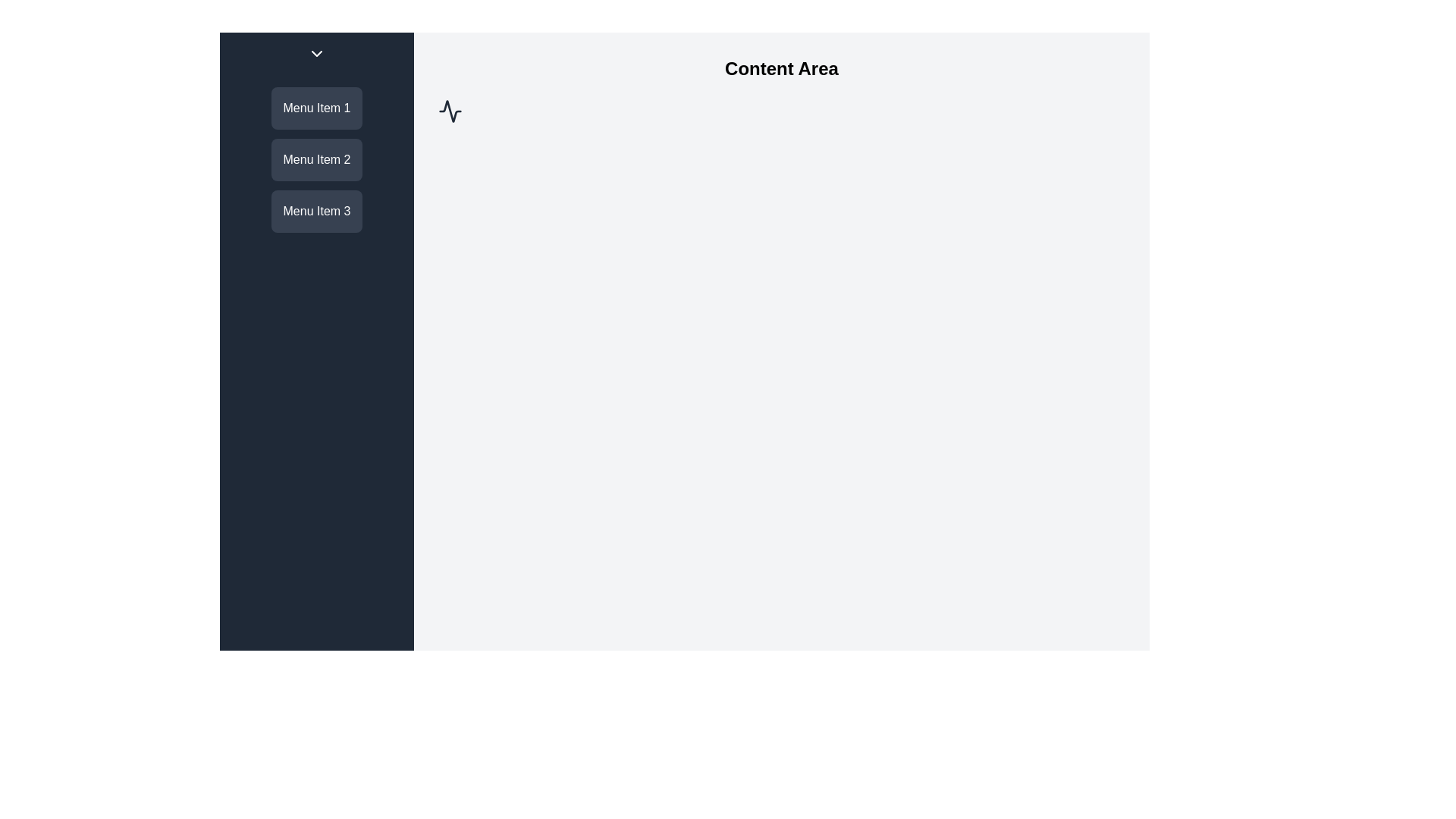 The height and width of the screenshot is (819, 1456). Describe the element at coordinates (315, 107) in the screenshot. I see `the 'Menu Item 1' button, which is a rectangular button with rounded edges and a gray background, labeled in white text, located in the left sidebar above 'Menu Item 2'` at that location.